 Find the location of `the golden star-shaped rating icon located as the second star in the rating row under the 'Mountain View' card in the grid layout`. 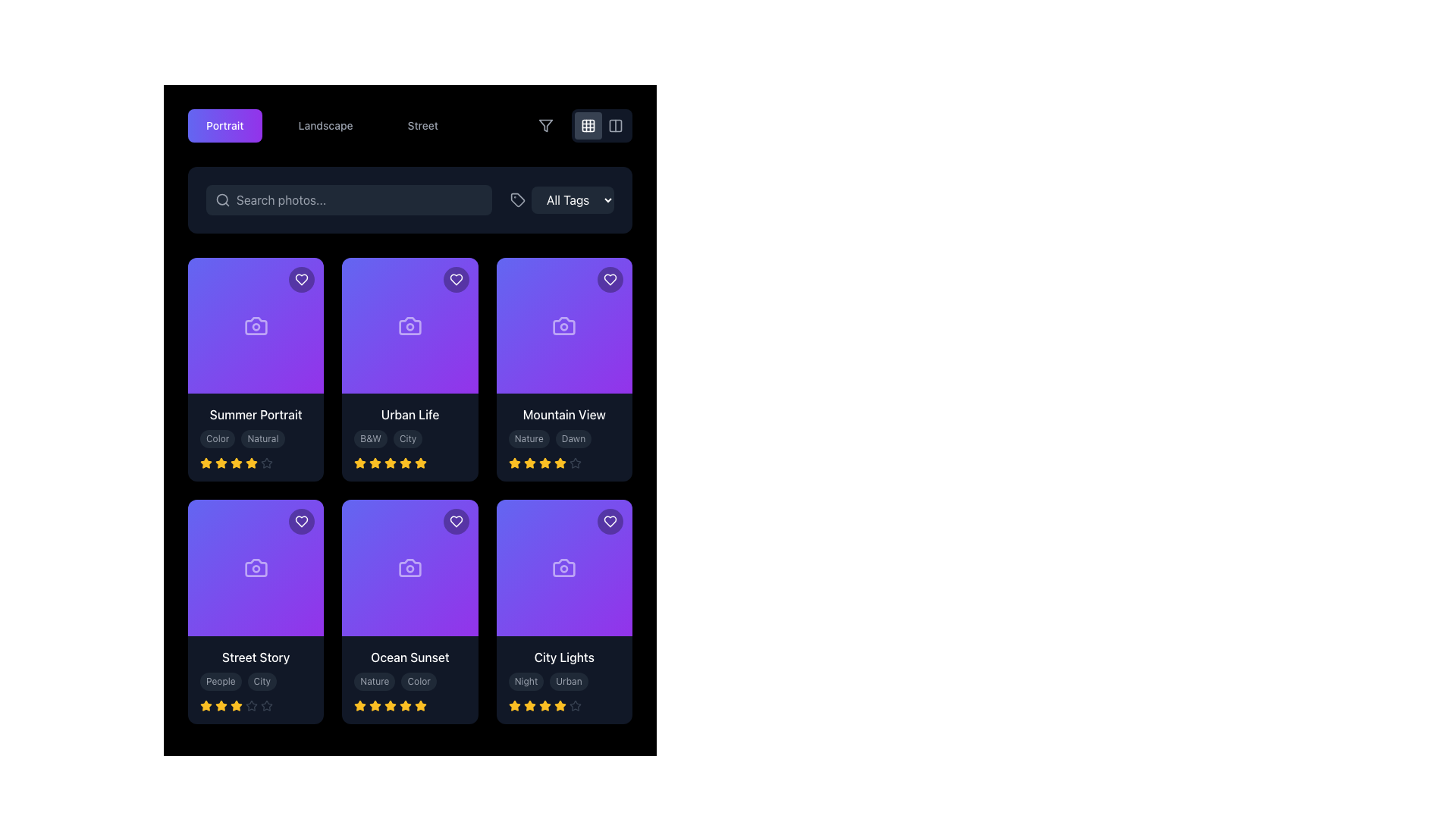

the golden star-shaped rating icon located as the second star in the rating row under the 'Mountain View' card in the grid layout is located at coordinates (544, 463).